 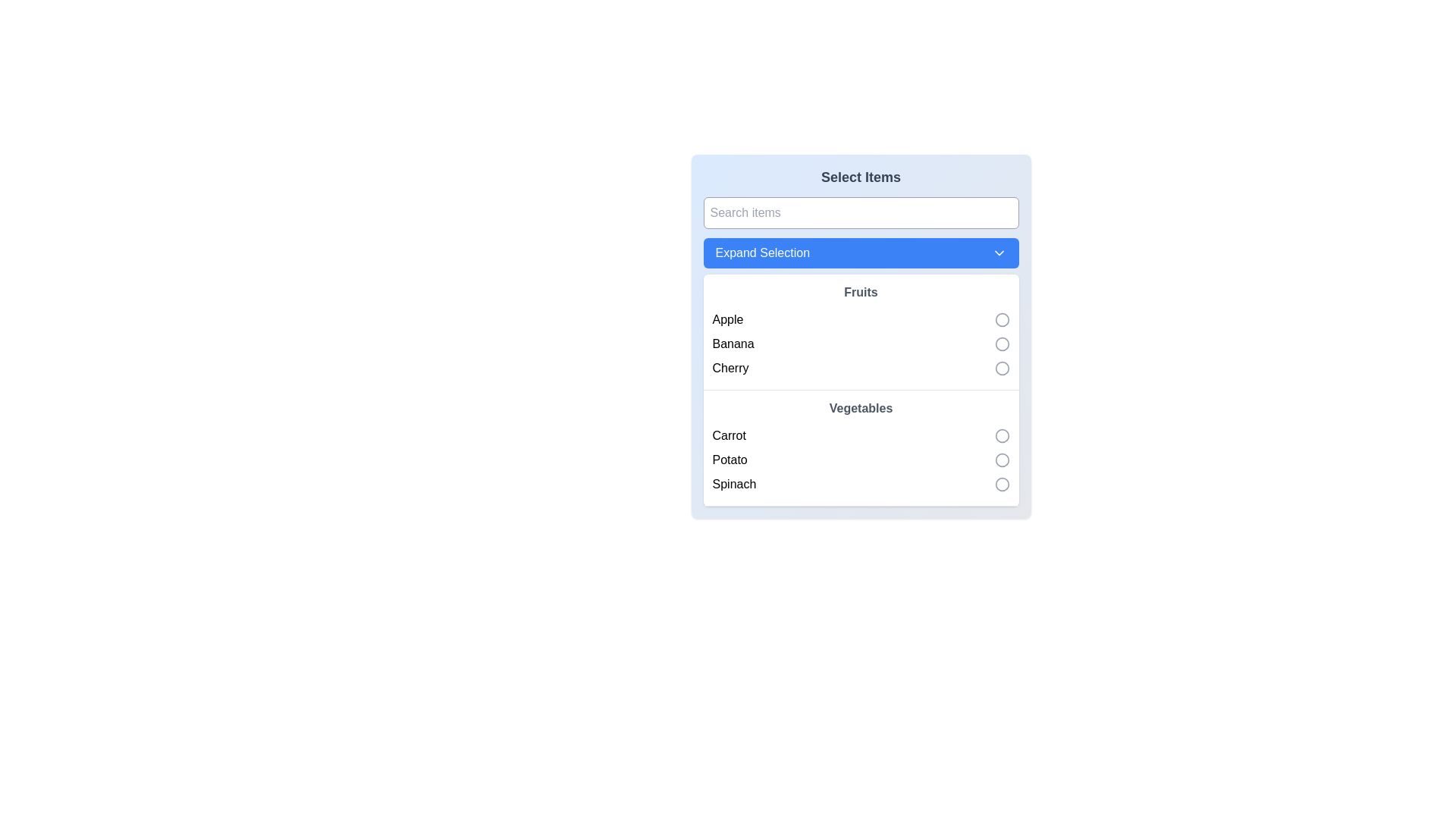 What do you see at coordinates (1002, 485) in the screenshot?
I see `the circular part of the checkbox styled as a radio button for the 'Spinach' option in the last row under the 'Vegetables' header` at bounding box center [1002, 485].